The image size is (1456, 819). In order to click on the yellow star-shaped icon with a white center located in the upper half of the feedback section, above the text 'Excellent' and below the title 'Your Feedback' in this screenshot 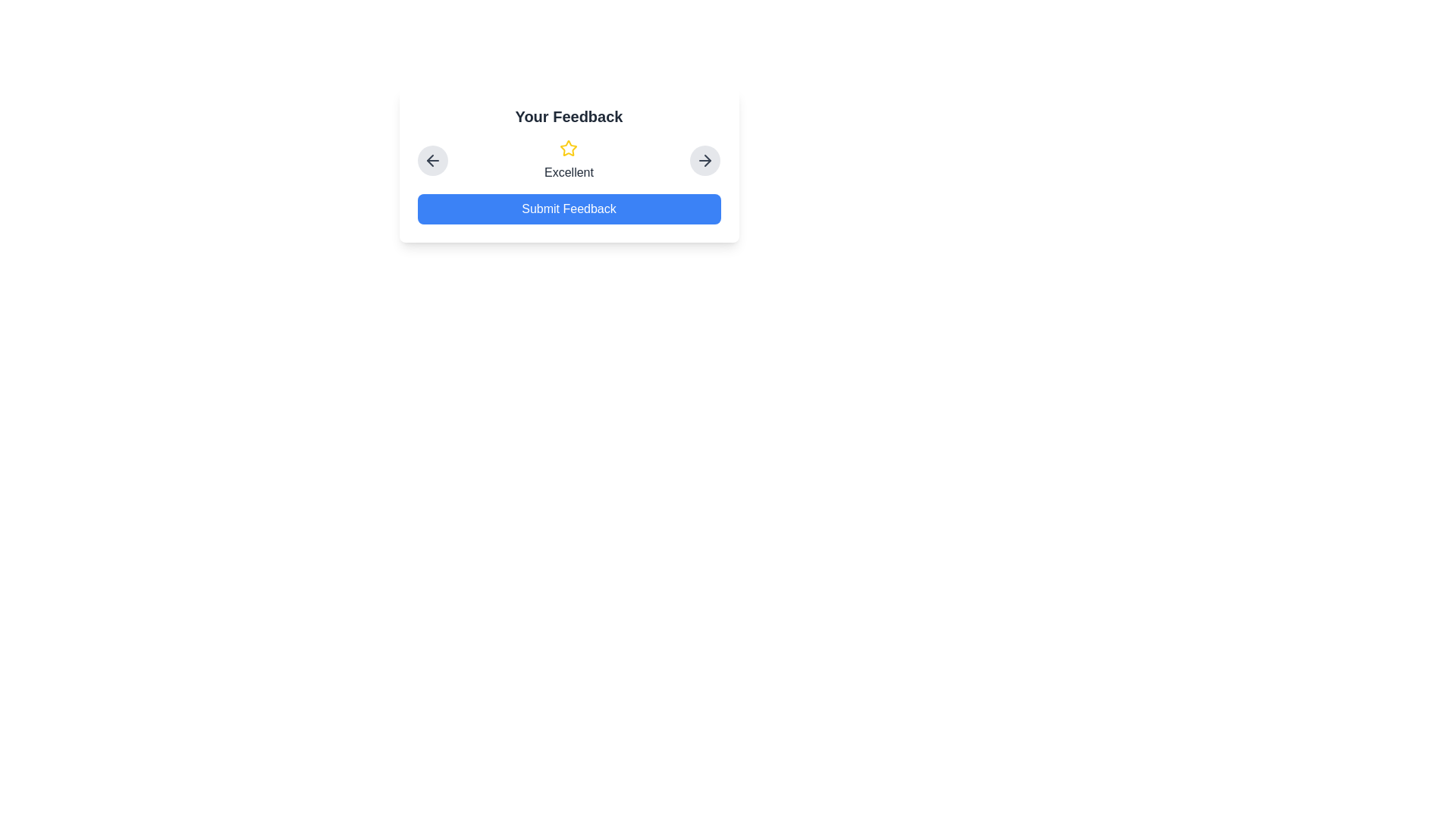, I will do `click(568, 148)`.